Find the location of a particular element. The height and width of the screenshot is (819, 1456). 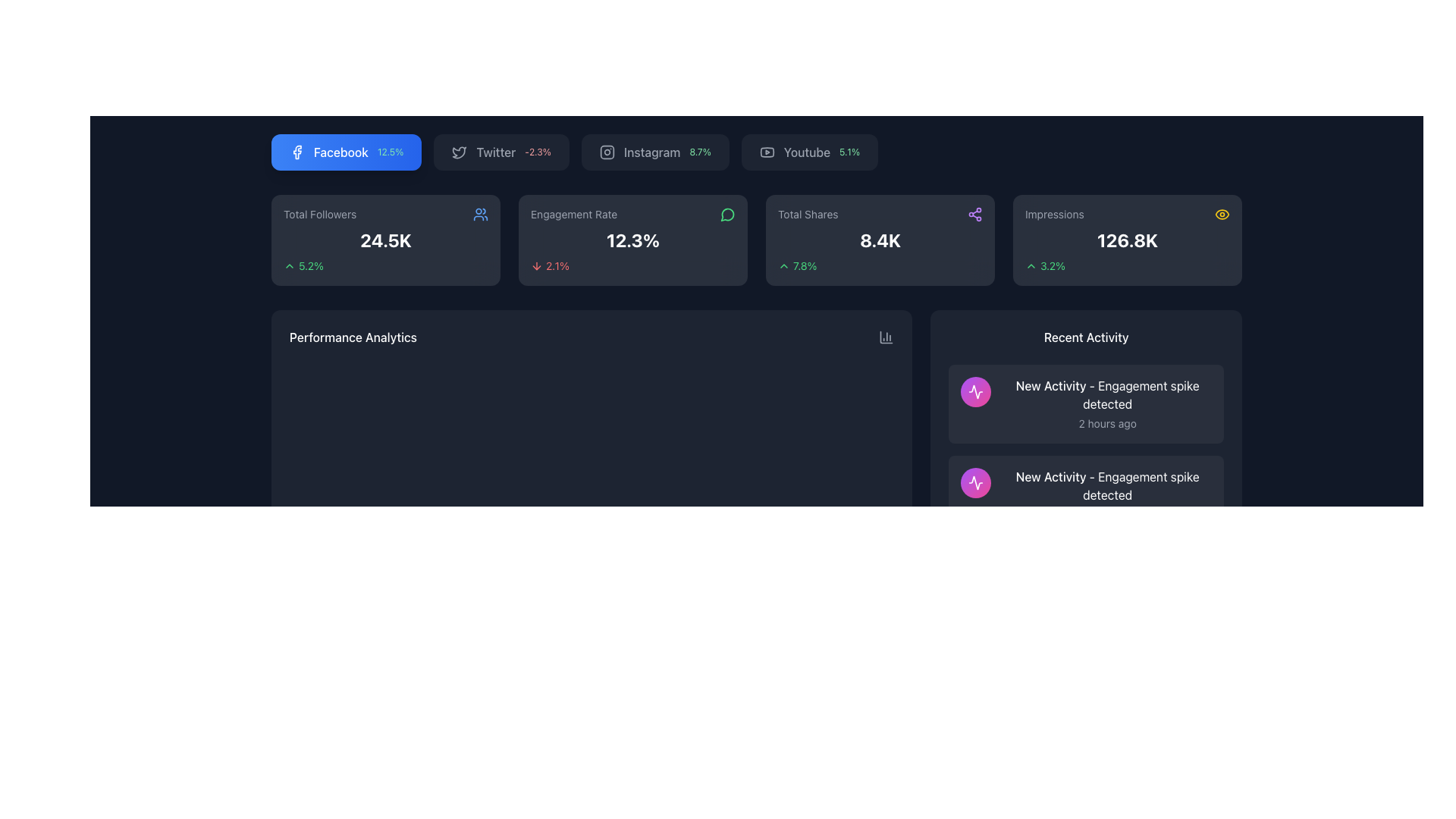

the text label that displays 'Recent Activity', which is styled in white font and is positioned above a series of activity items is located at coordinates (1085, 336).